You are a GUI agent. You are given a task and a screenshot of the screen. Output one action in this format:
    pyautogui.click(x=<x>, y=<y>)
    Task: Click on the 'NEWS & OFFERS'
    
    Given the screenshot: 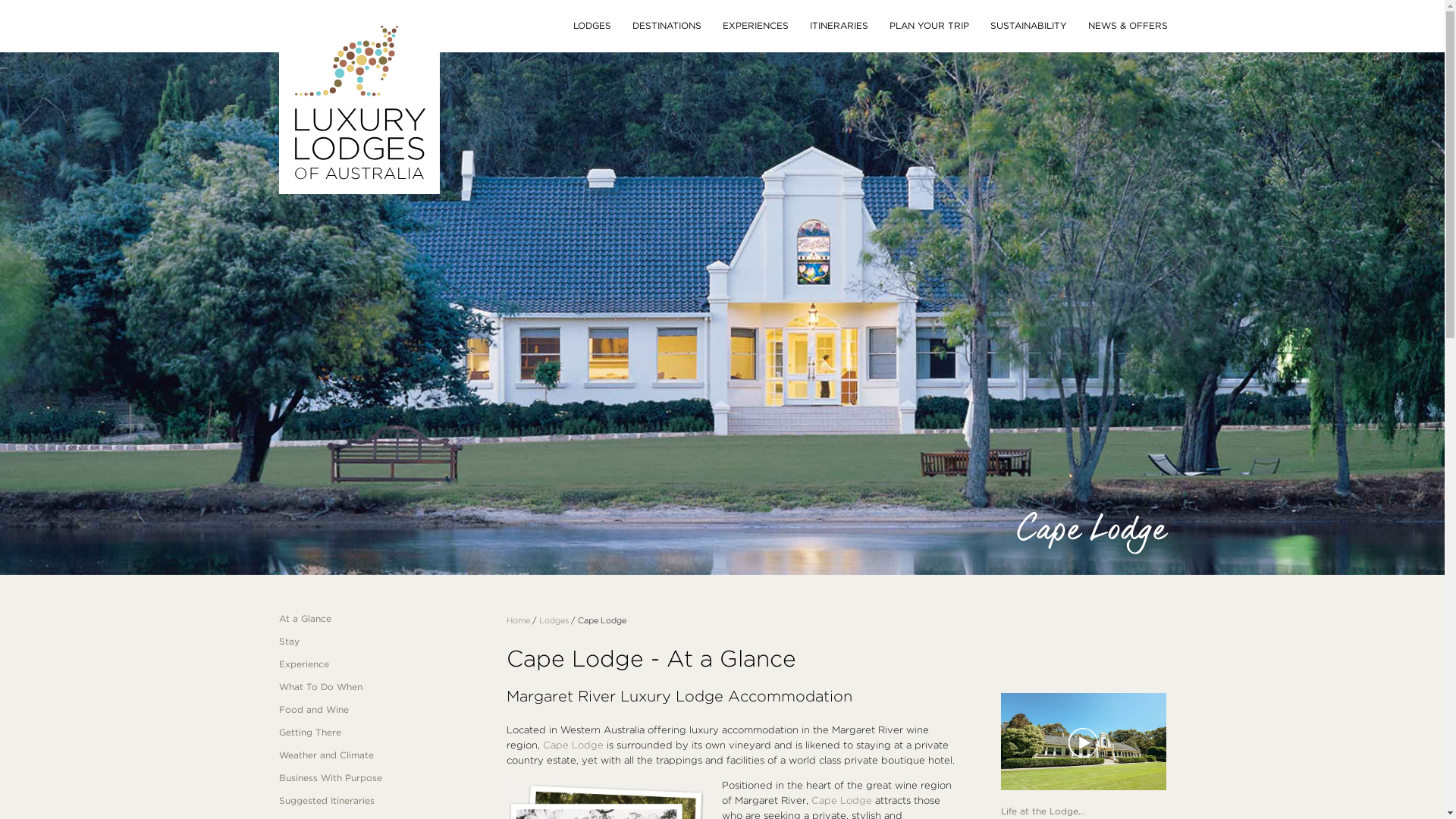 What is the action you would take?
    pyautogui.click(x=1127, y=26)
    